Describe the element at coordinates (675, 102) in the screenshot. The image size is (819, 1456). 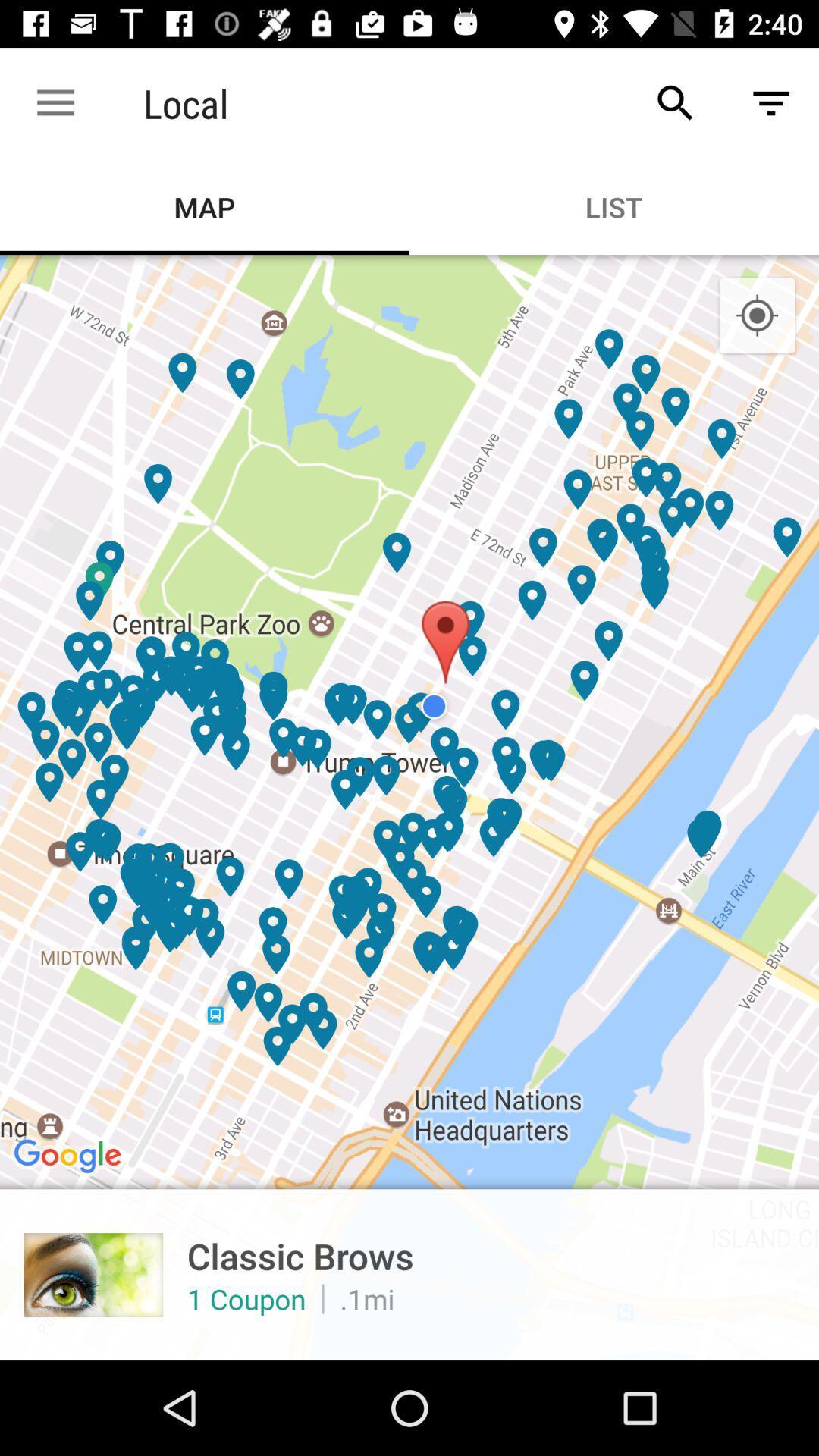
I see `the item above the list` at that location.